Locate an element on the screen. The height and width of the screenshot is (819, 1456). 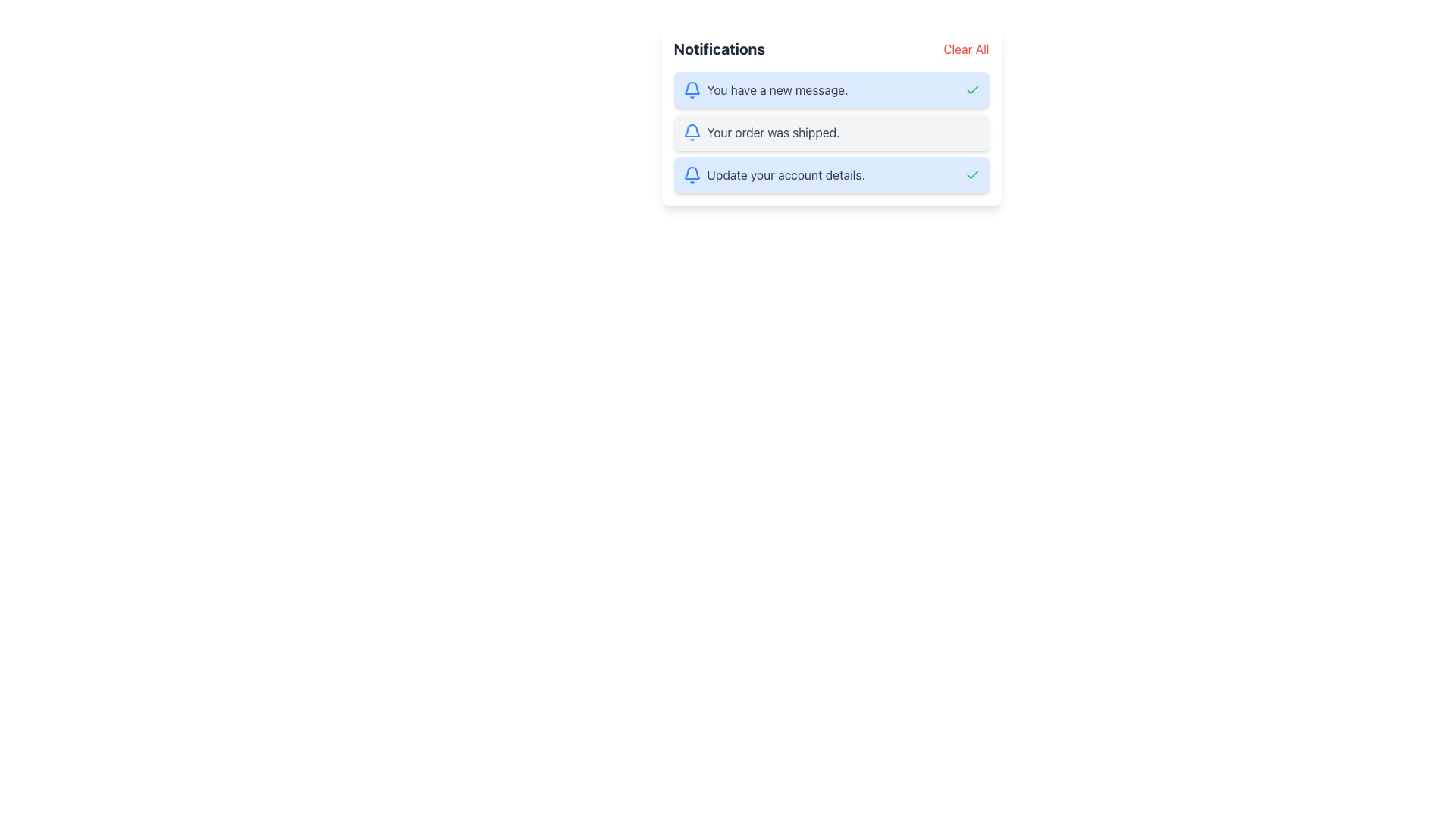
the text label located in the bottom-most notification card, which prompts the user to update their account details is located at coordinates (786, 174).